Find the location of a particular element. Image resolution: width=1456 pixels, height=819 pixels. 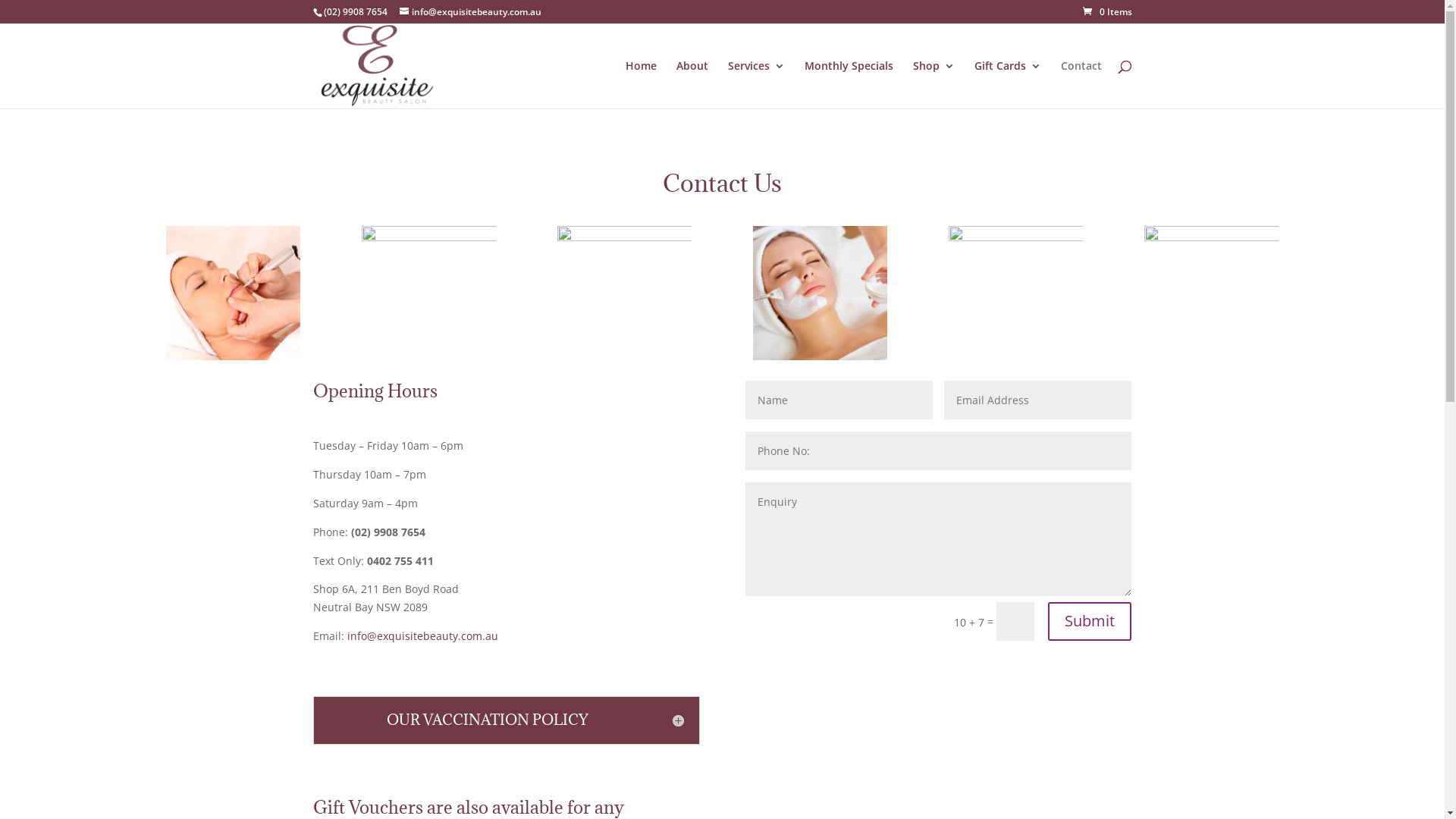

'info@exquisitebeauty.com.au' is located at coordinates (422, 635).